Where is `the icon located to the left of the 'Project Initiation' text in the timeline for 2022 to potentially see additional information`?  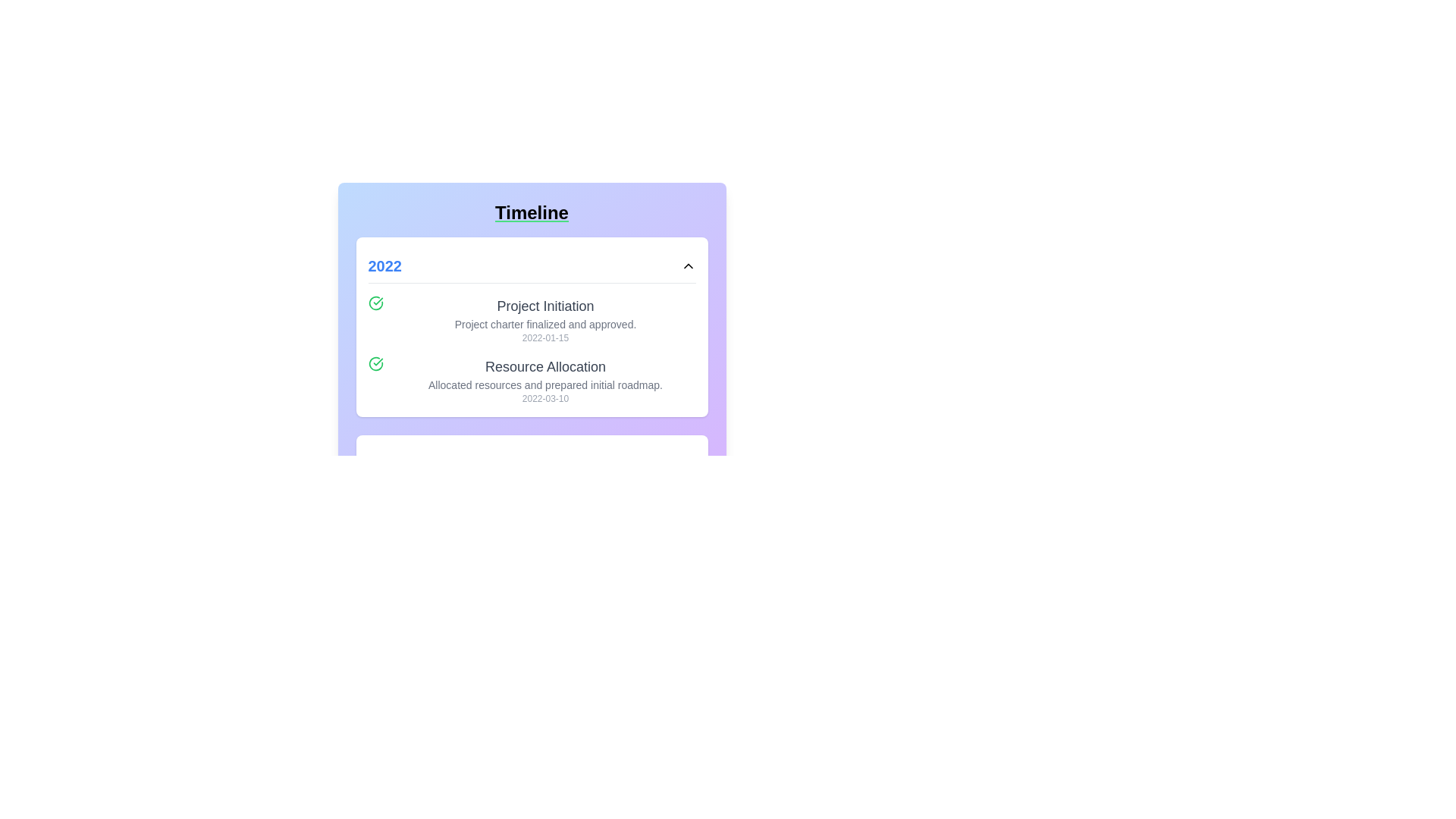
the icon located to the left of the 'Project Initiation' text in the timeline for 2022 to potentially see additional information is located at coordinates (375, 303).